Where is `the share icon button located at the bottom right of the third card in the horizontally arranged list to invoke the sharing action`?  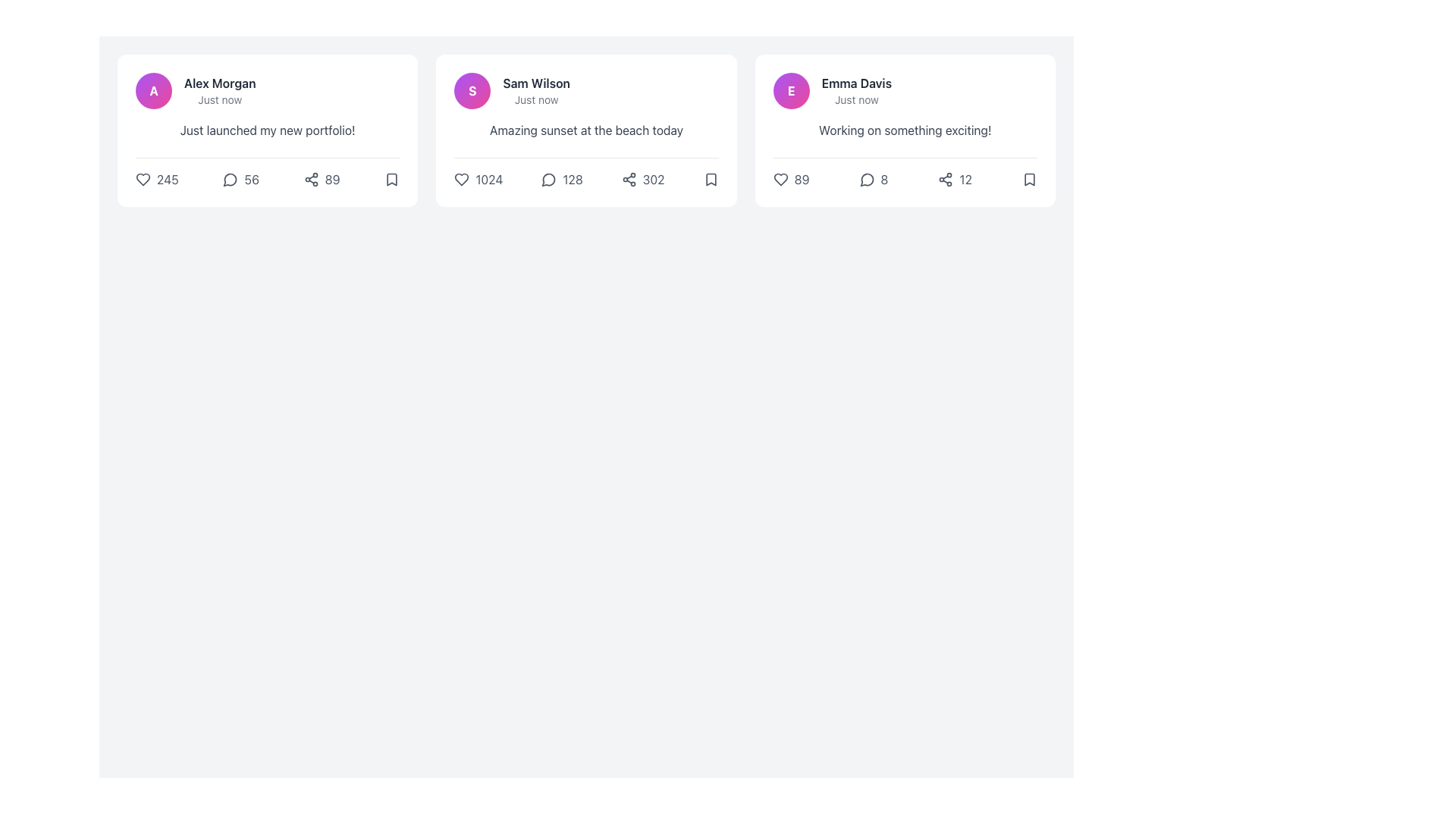
the share icon button located at the bottom right of the third card in the horizontally arranged list to invoke the sharing action is located at coordinates (945, 178).